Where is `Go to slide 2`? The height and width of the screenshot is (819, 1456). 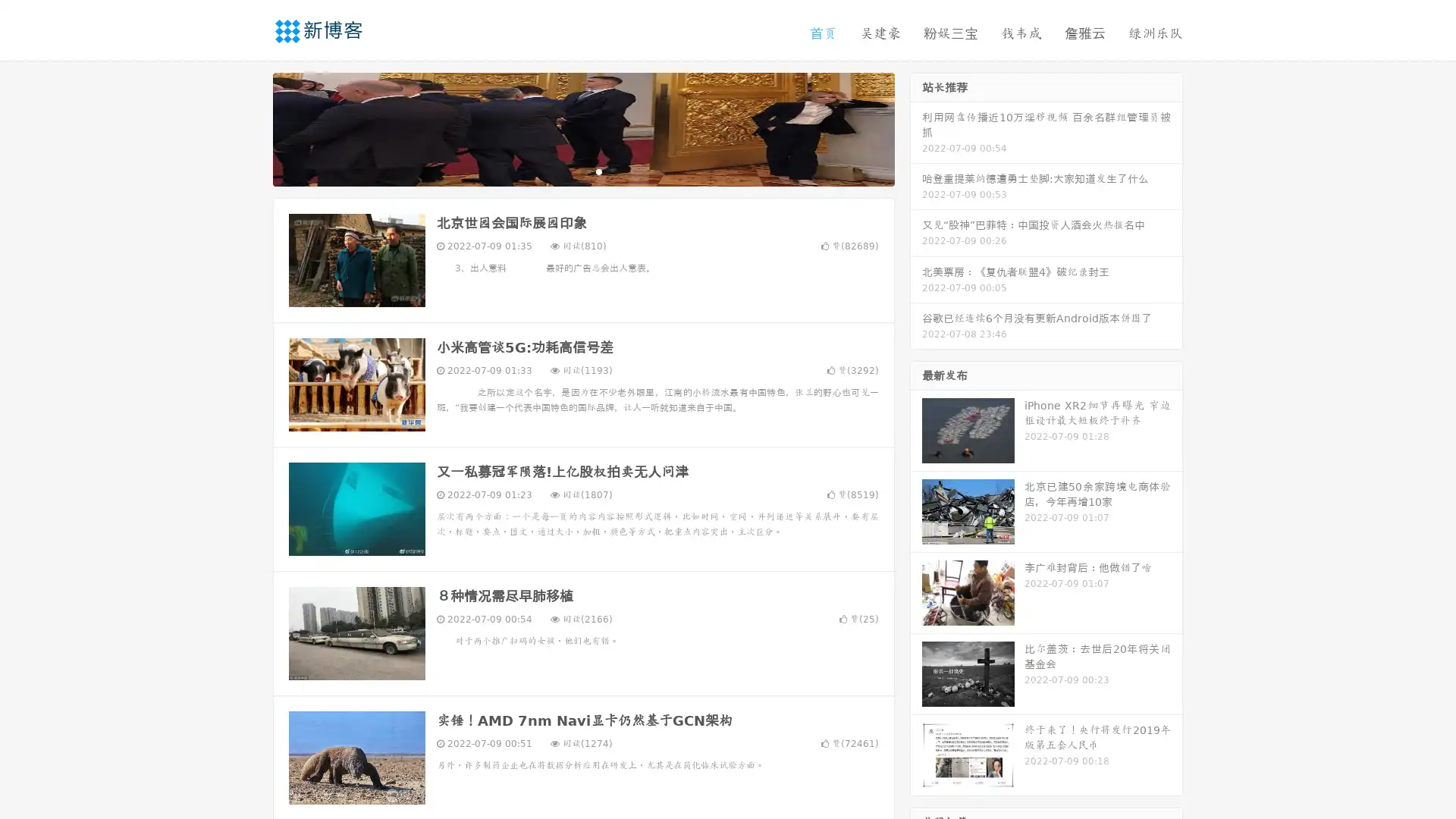
Go to slide 2 is located at coordinates (582, 171).